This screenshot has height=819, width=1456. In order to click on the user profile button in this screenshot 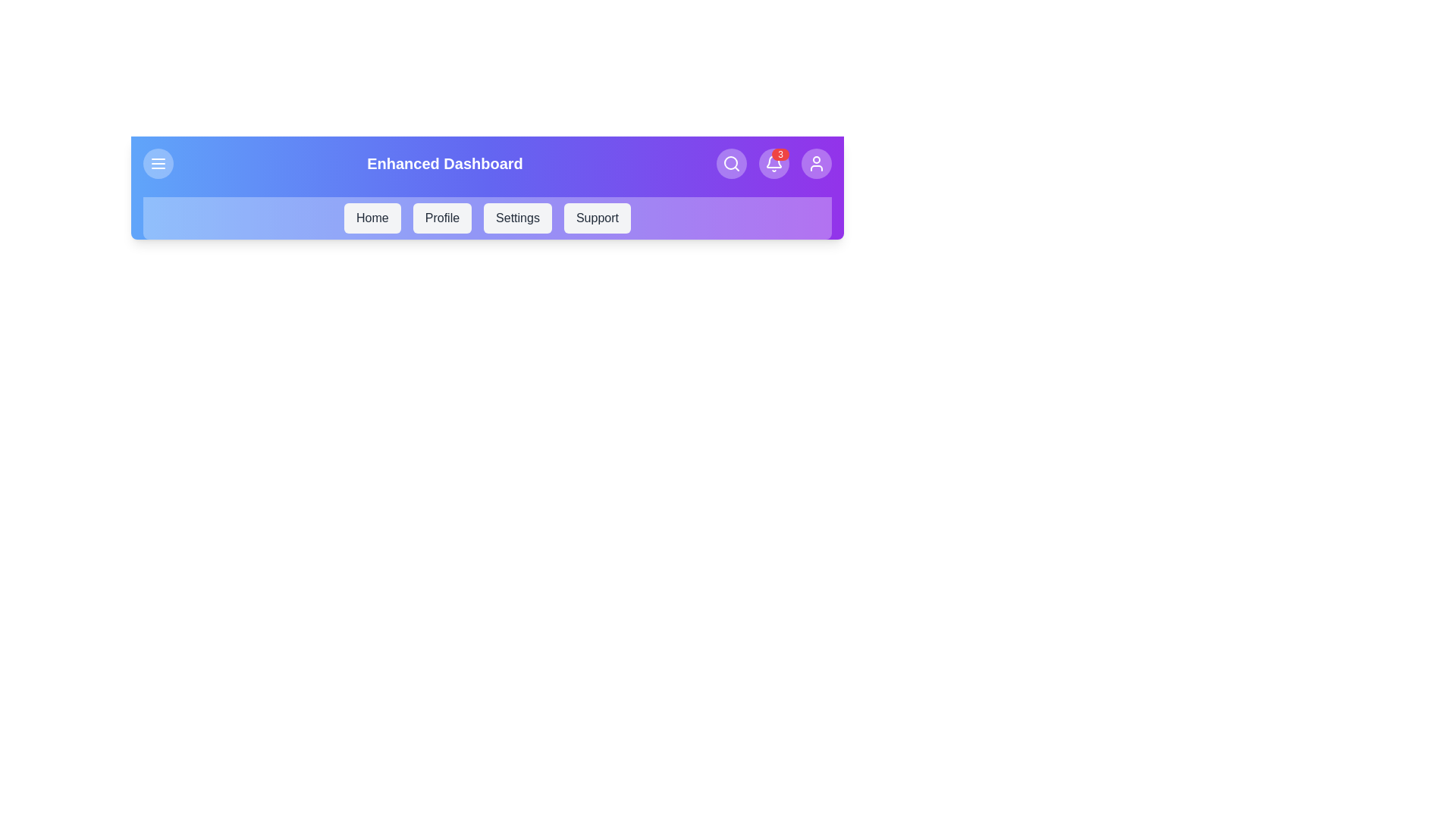, I will do `click(815, 164)`.